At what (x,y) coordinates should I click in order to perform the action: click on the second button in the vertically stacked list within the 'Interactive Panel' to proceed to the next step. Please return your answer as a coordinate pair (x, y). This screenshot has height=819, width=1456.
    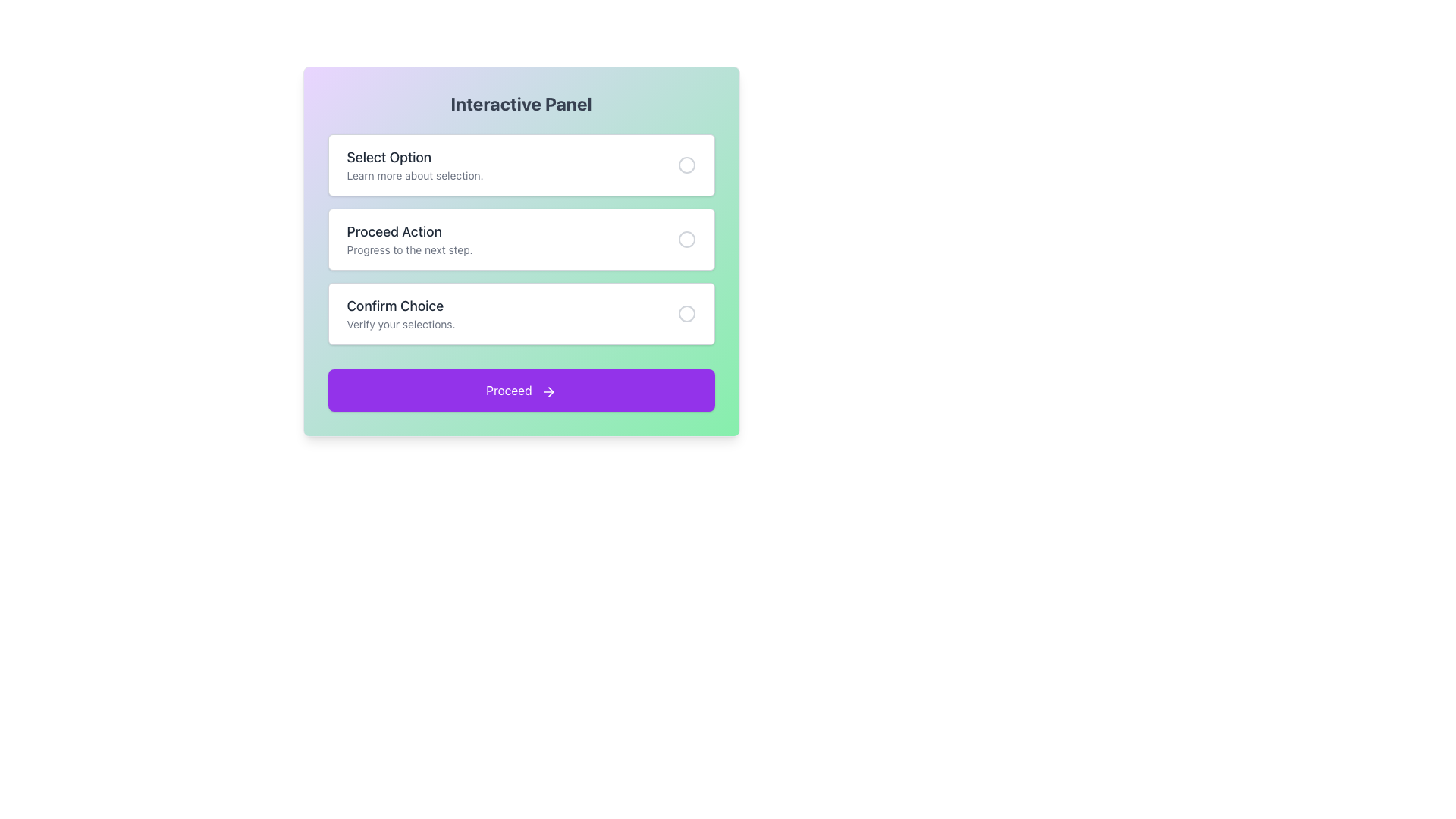
    Looking at the image, I should click on (521, 239).